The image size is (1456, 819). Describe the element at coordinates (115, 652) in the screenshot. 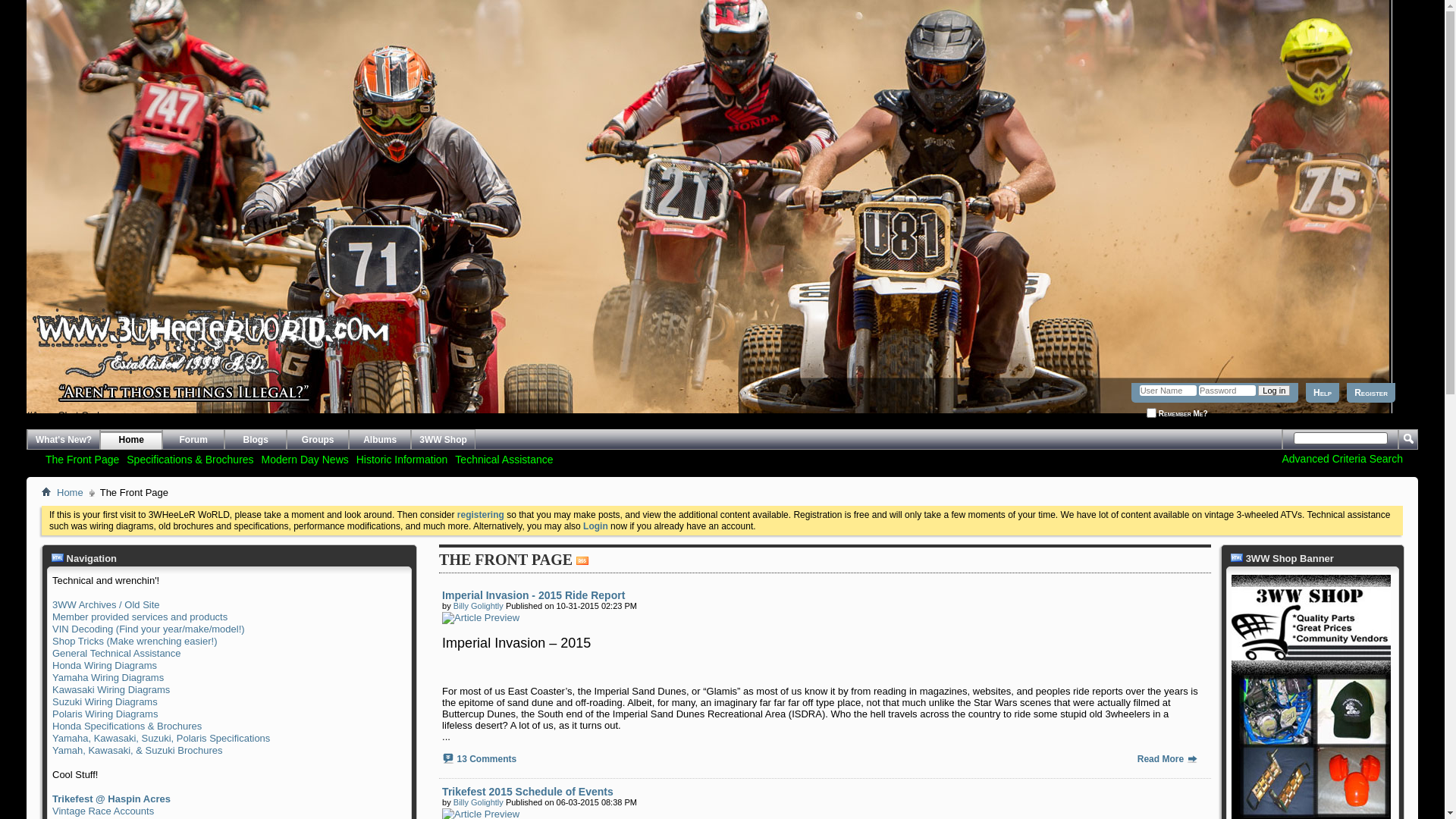

I see `'General Technical Assistance'` at that location.